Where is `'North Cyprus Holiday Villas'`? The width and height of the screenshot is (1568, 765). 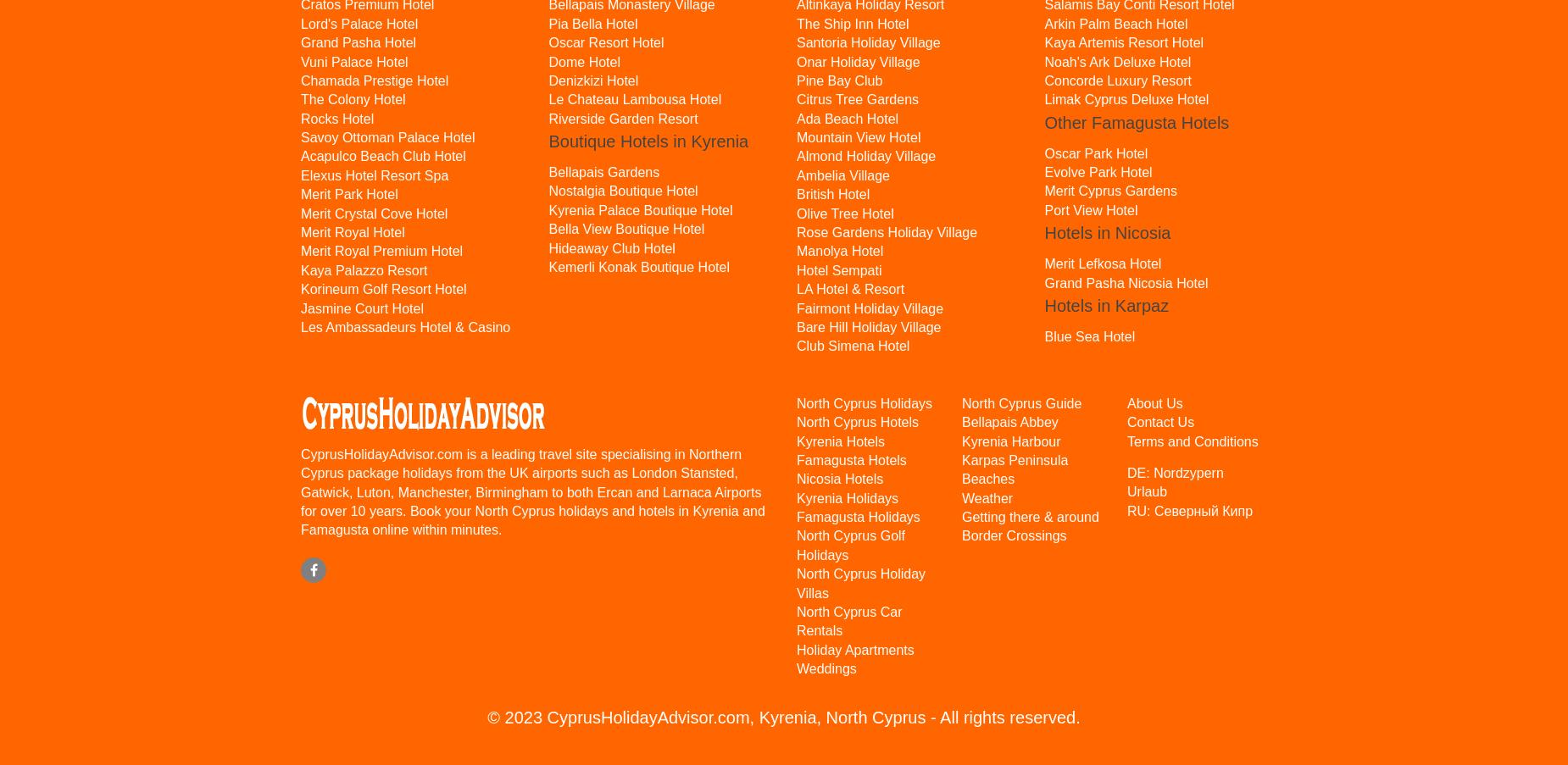 'North Cyprus Holiday Villas' is located at coordinates (860, 582).